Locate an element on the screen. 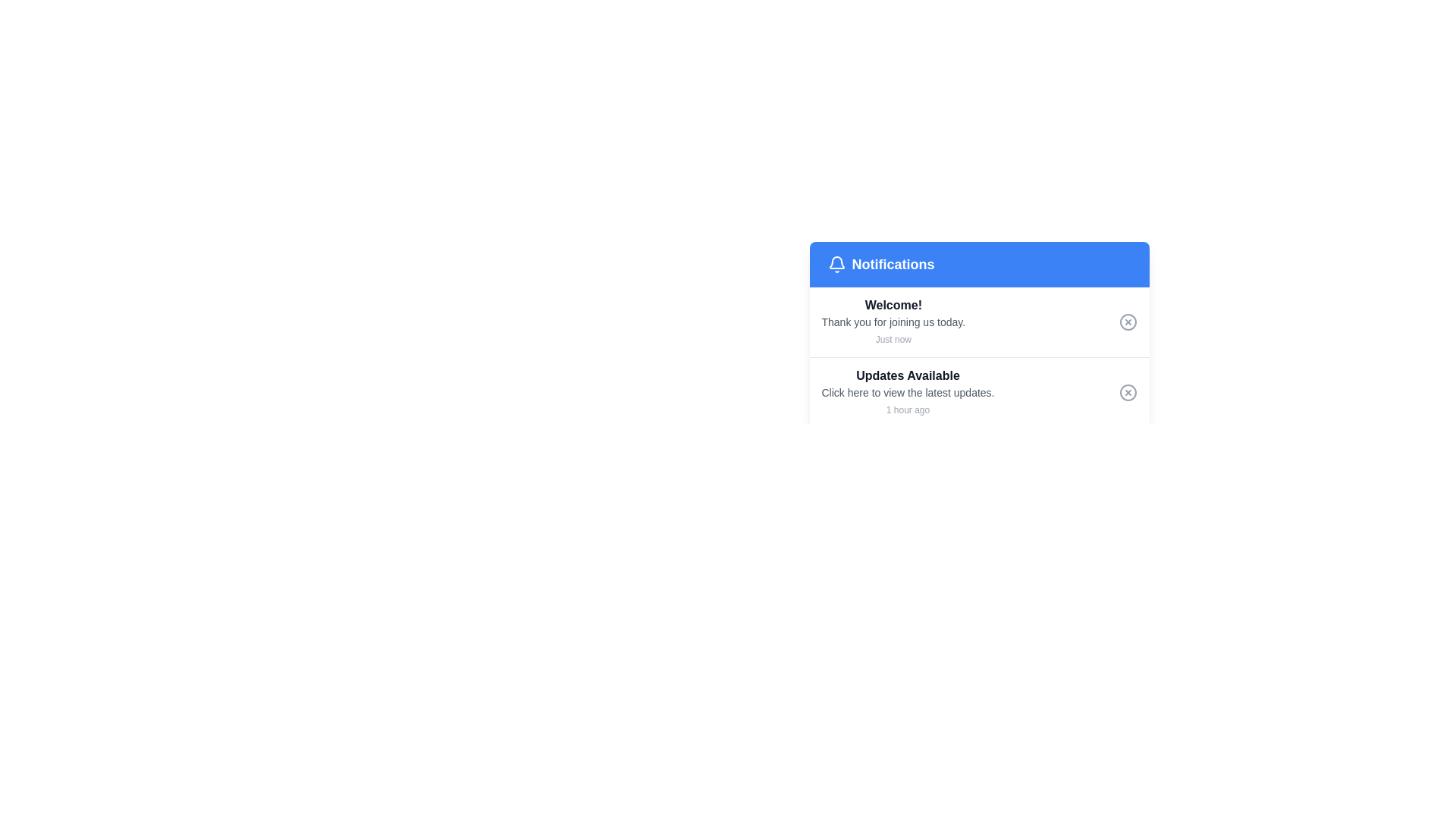 Image resolution: width=1456 pixels, height=819 pixels. information displayed in the text block that shows 'Updates Available', including the details 'Click here to view the latest updates.' and '1 hour ago' is located at coordinates (908, 391).